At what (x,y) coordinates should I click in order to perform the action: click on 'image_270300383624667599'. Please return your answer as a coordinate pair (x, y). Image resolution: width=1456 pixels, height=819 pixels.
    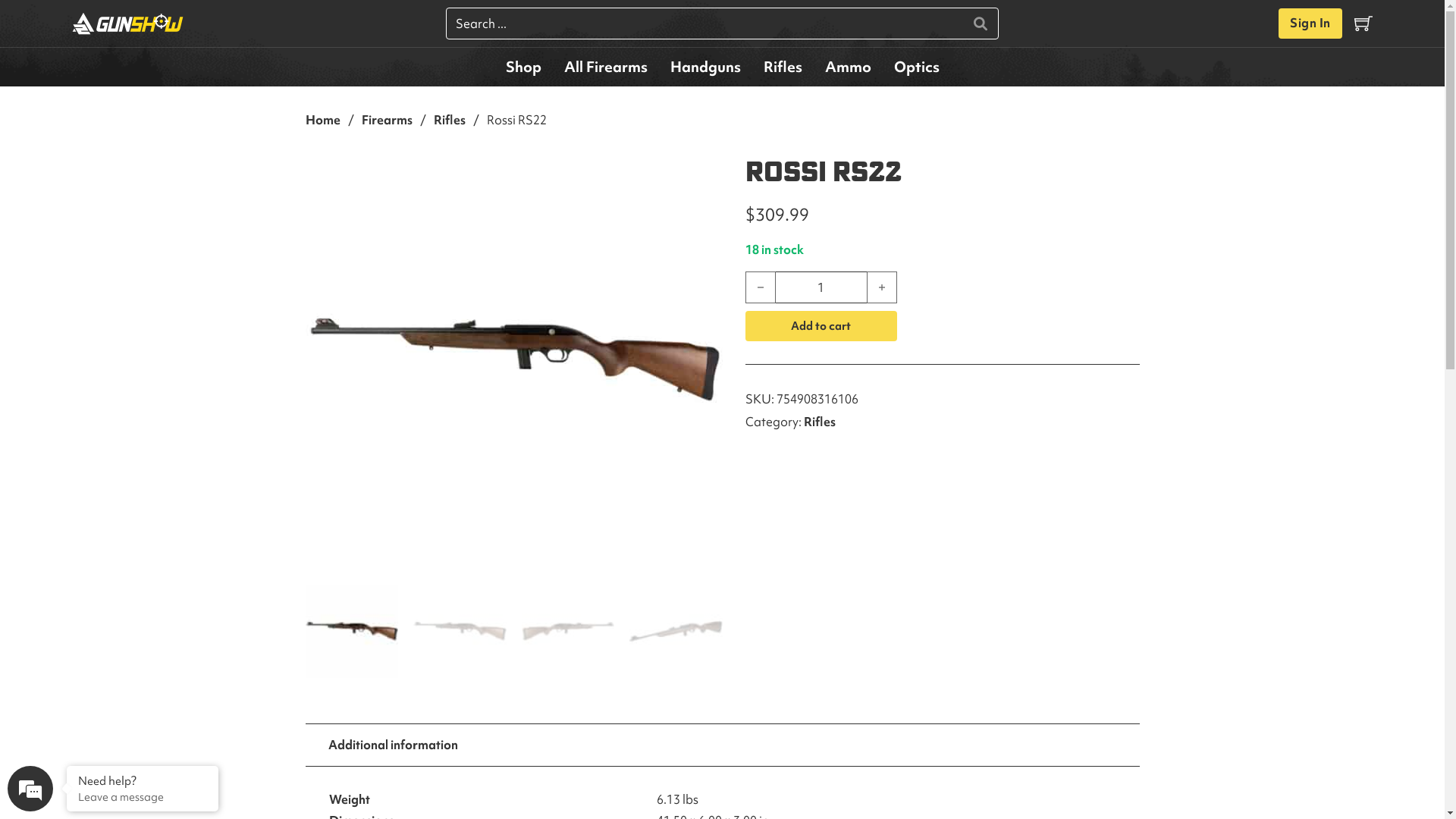
    Looking at the image, I should click on (513, 360).